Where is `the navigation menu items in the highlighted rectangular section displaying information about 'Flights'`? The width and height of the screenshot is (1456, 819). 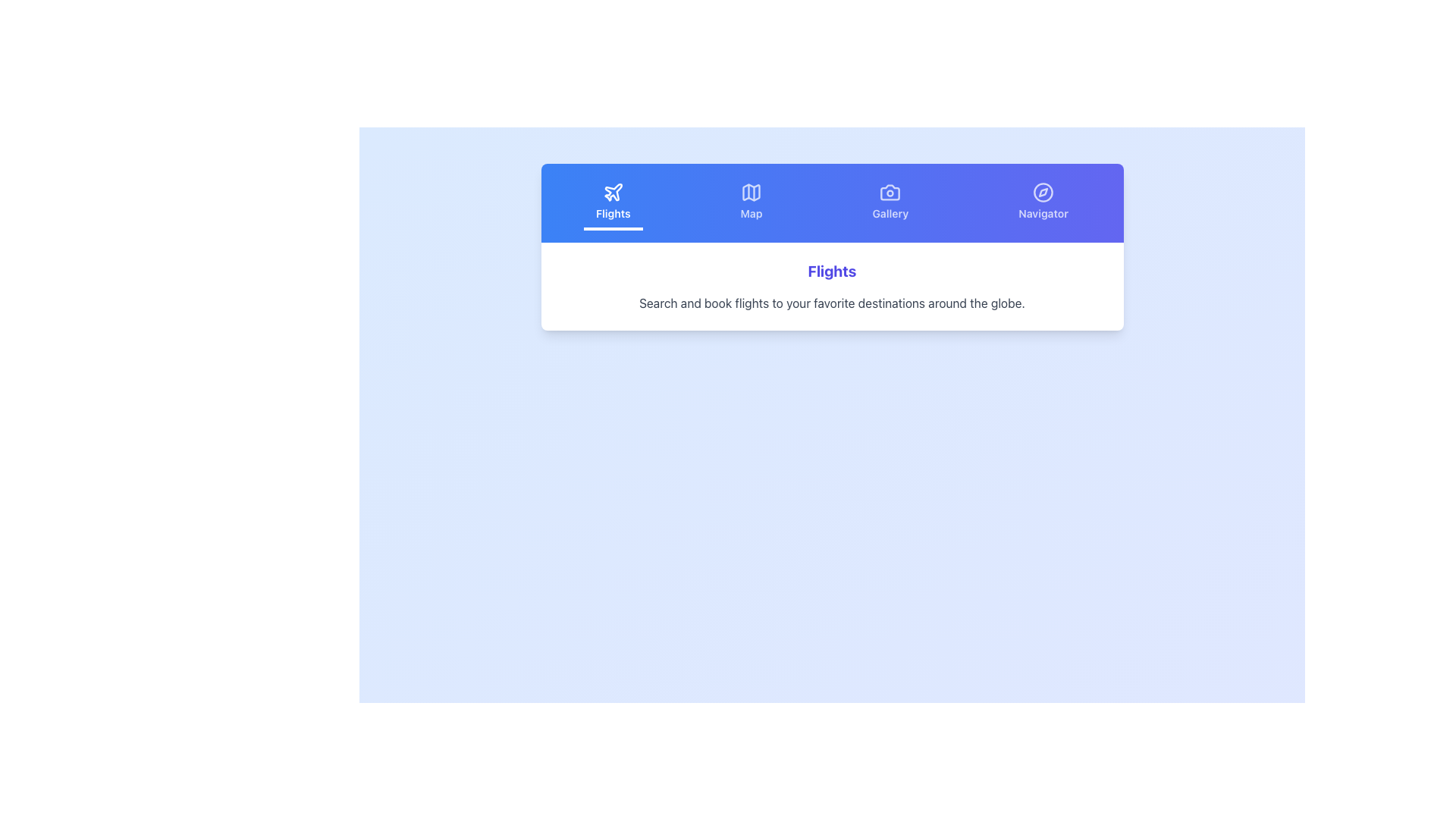 the navigation menu items in the highlighted rectangular section displaying information about 'Flights' is located at coordinates (831, 246).